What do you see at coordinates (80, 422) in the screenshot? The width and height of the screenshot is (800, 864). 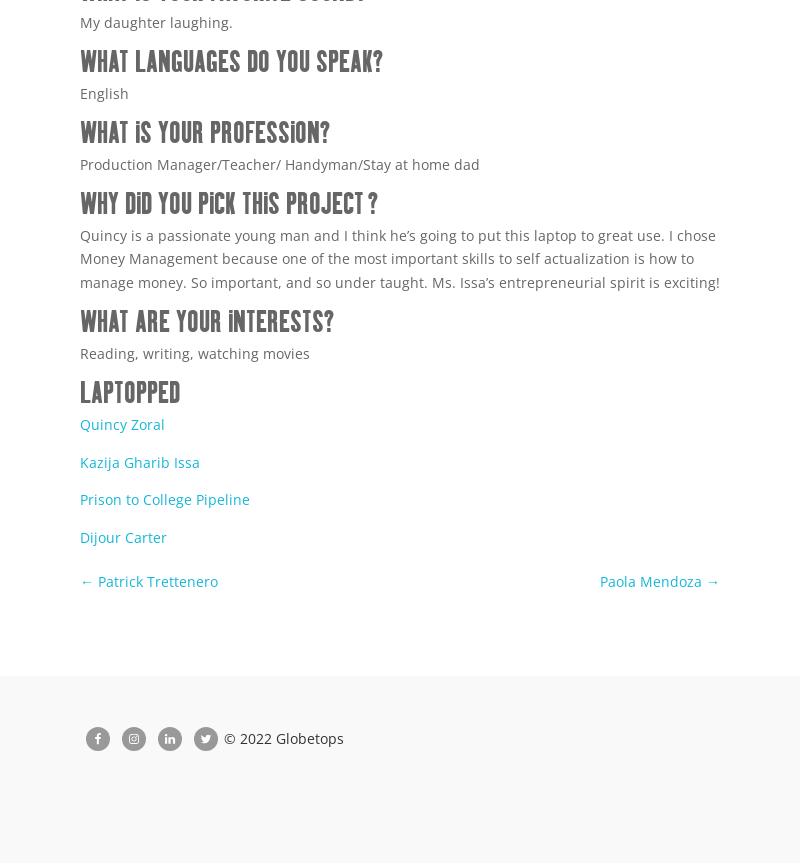 I see `'Quincy Zoral'` at bounding box center [80, 422].